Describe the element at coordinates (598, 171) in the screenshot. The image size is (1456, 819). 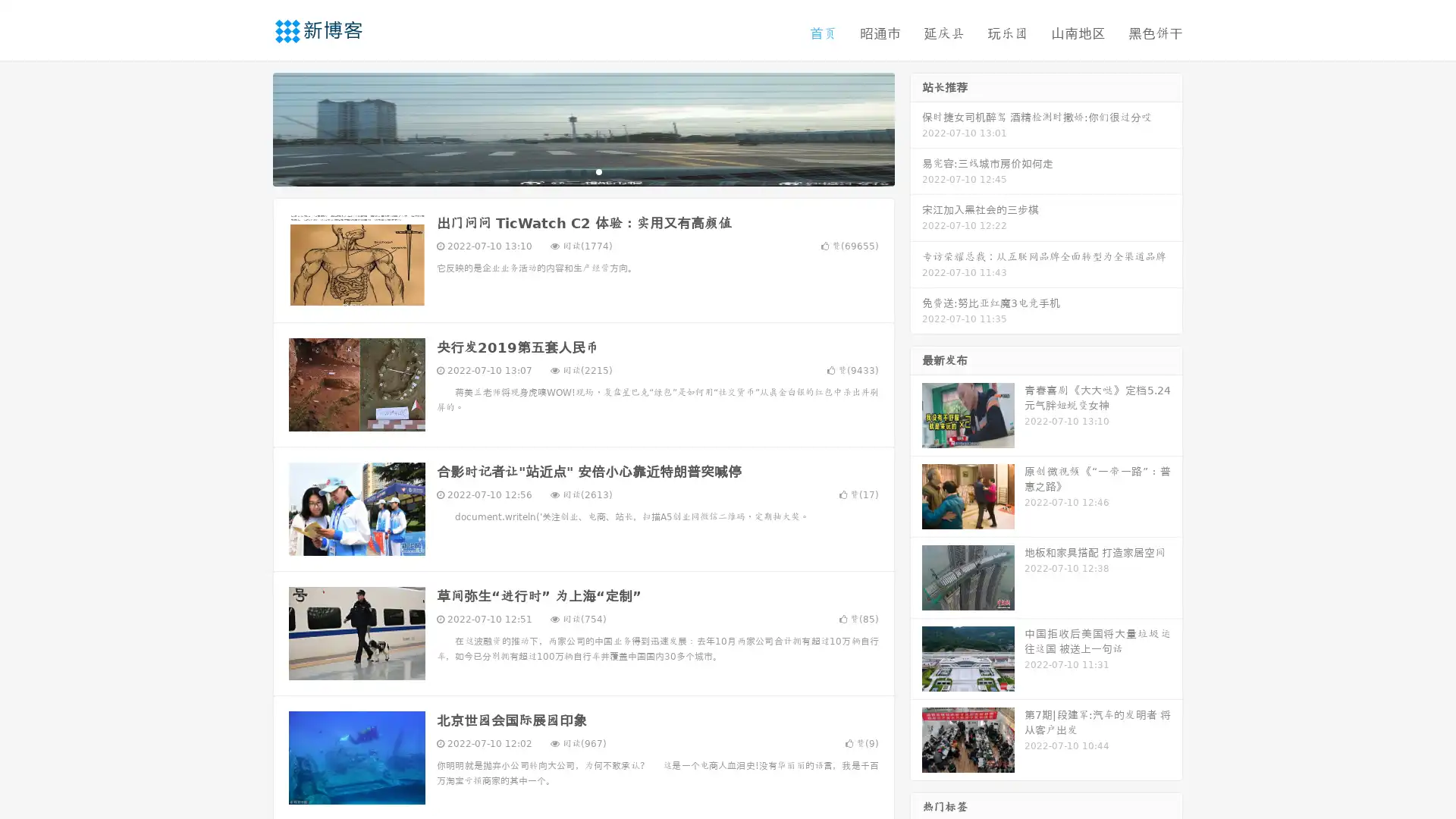
I see `Go to slide 3` at that location.